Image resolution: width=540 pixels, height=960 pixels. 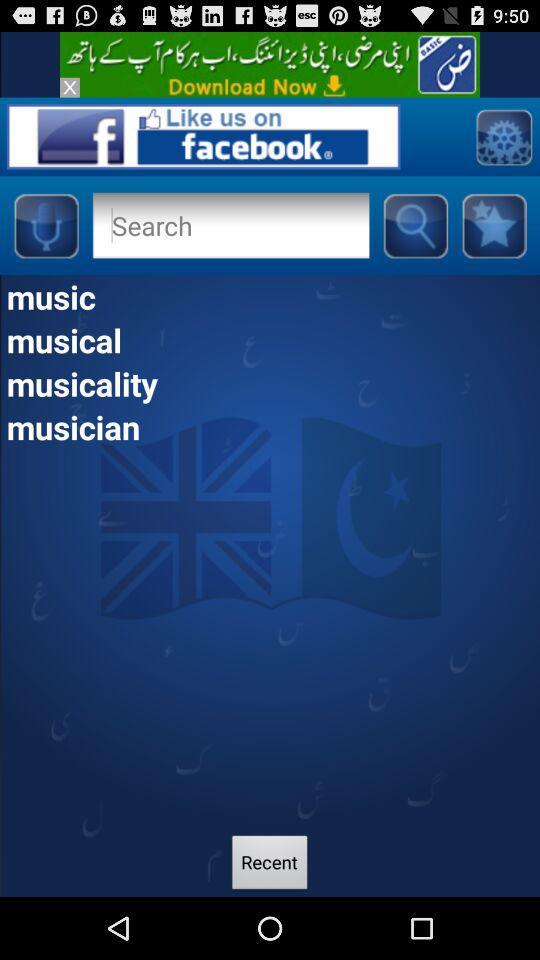 I want to click on the app above the musicality item, so click(x=270, y=339).